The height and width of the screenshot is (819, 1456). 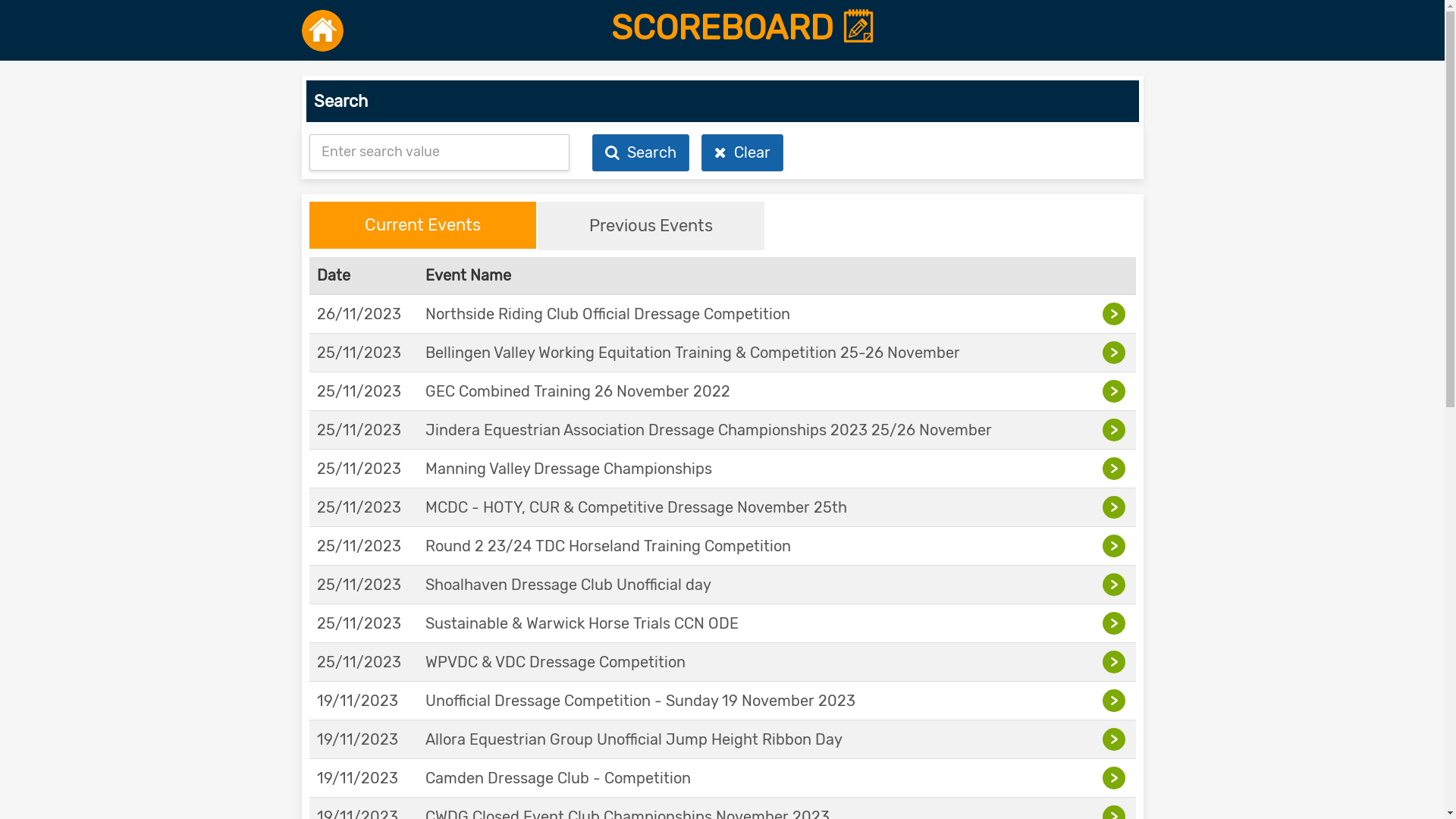 What do you see at coordinates (358, 430) in the screenshot?
I see `'25/11/2023'` at bounding box center [358, 430].